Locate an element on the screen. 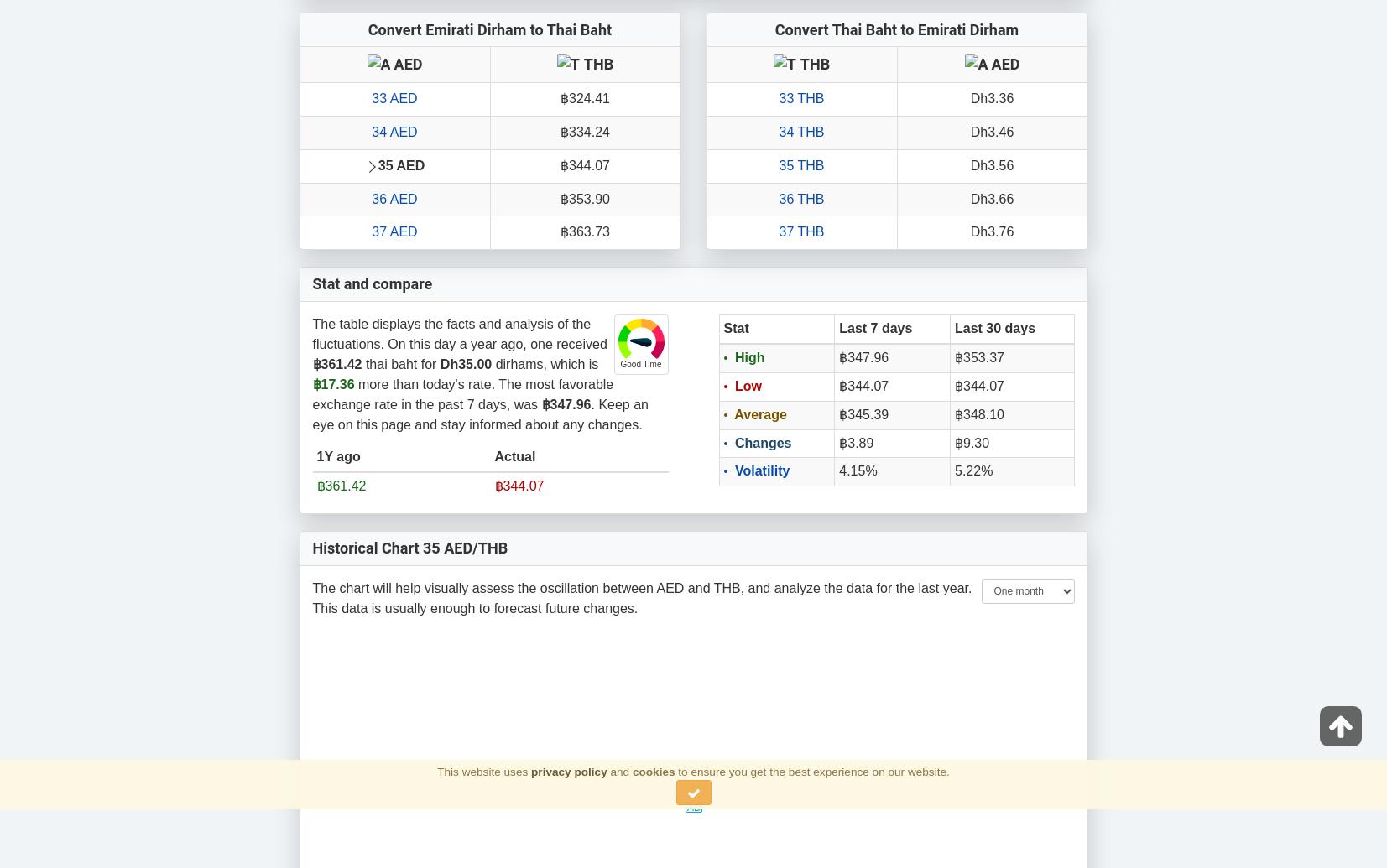 The image size is (1387, 868). 'Good Time' is located at coordinates (639, 364).